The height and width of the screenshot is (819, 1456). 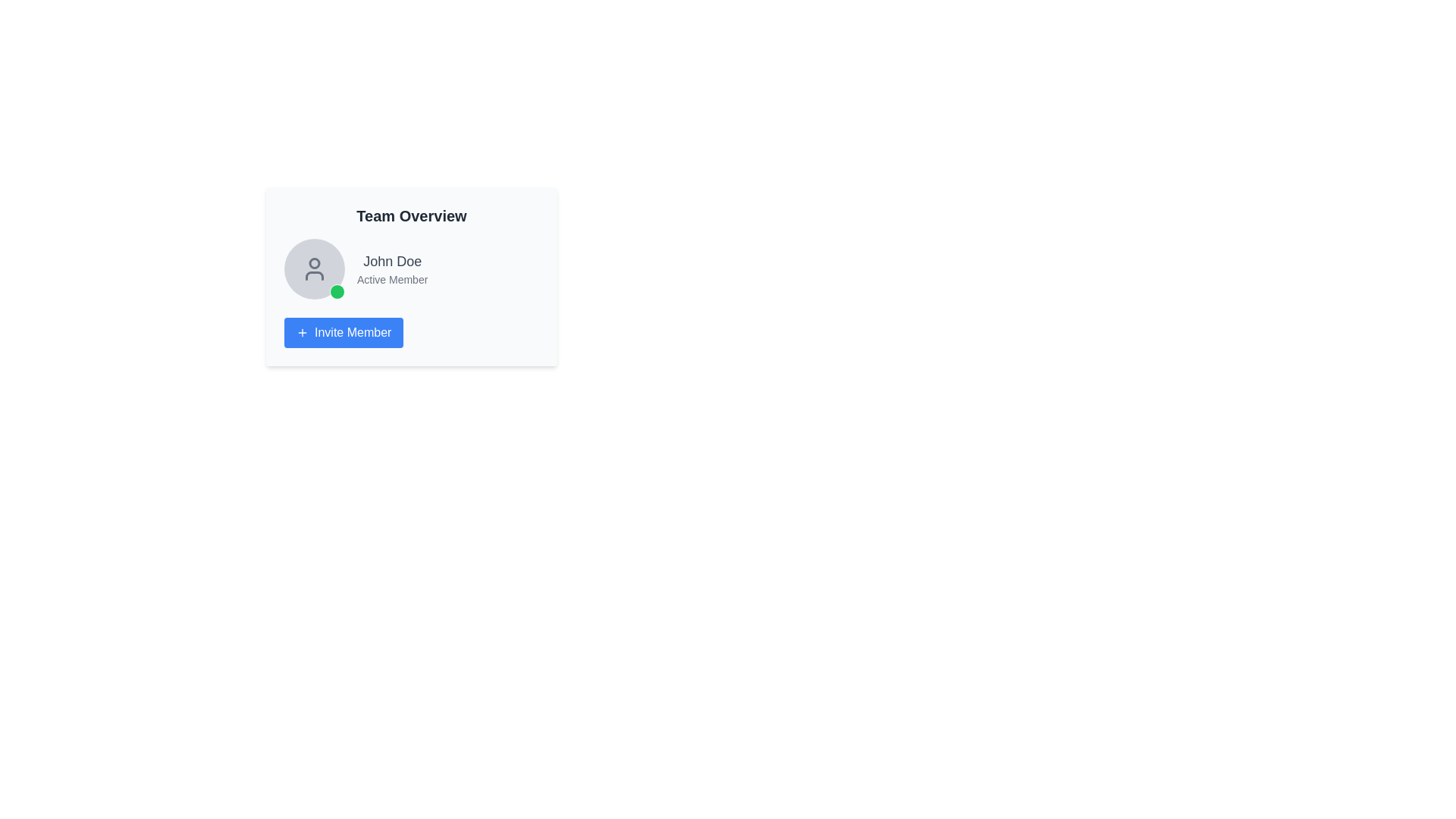 I want to click on the circular profile image of the user 'John Doe' located under the 'Team Overview' heading, so click(x=313, y=262).